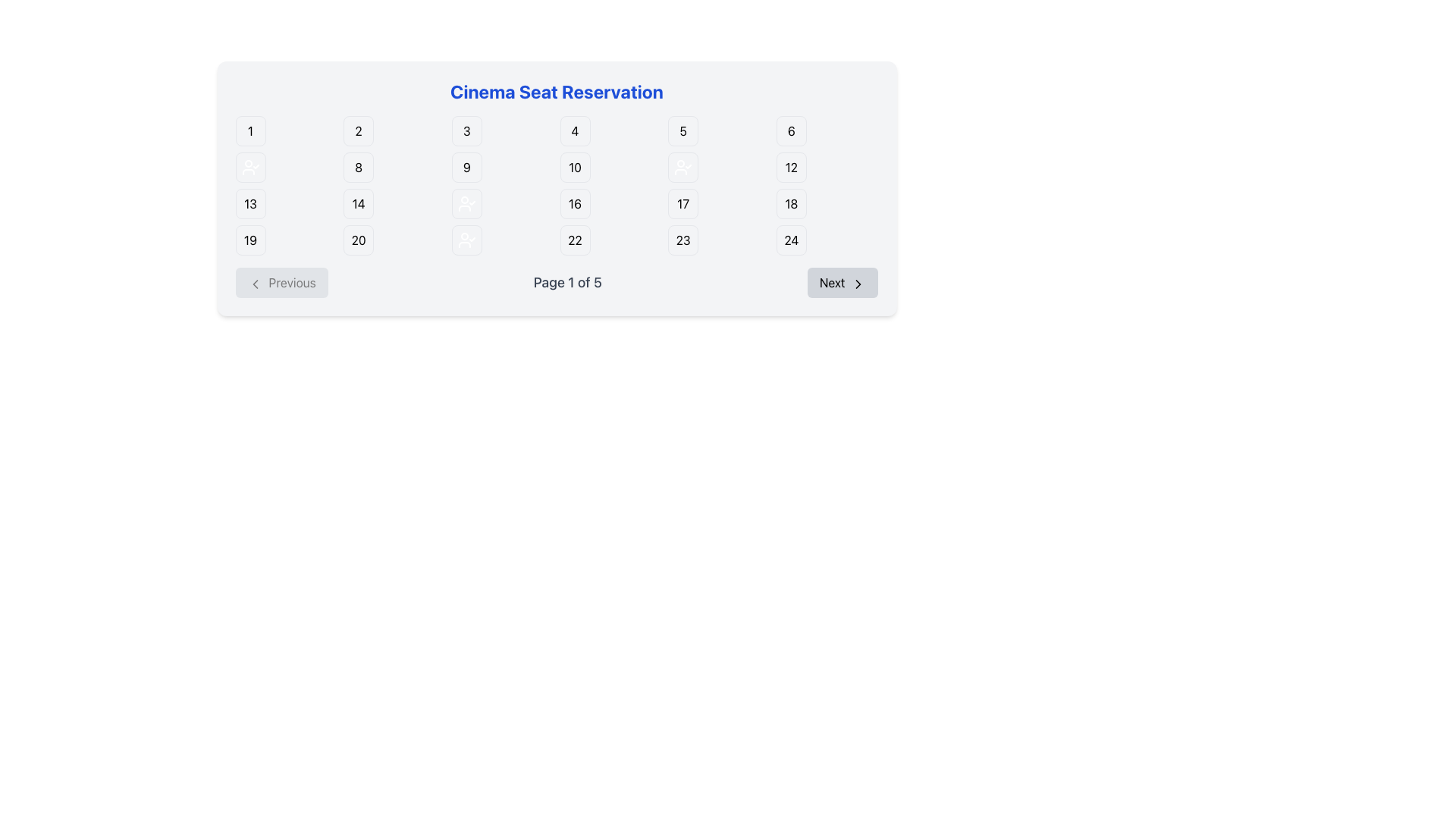 The height and width of the screenshot is (819, 1456). What do you see at coordinates (682, 239) in the screenshot?
I see `the cinema seat option button representing seat number '23', which is located in the fourth row and fifth column of the grid layout` at bounding box center [682, 239].